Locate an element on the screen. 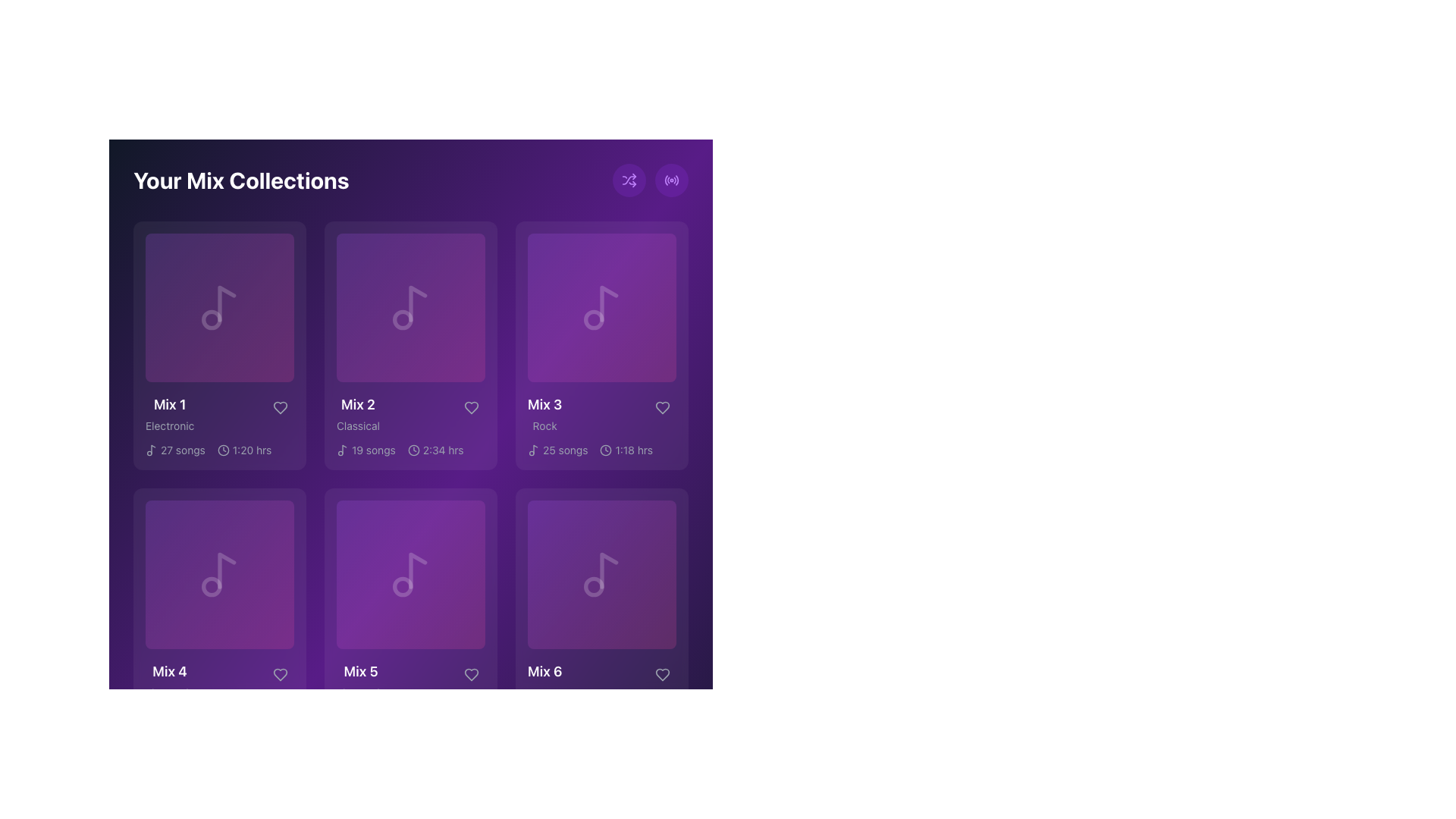 This screenshot has height=819, width=1456. text displayed in the Text Label that shows 'Mix 5' in bold white and 'Electronic' in smaller gray, located in the second row and second column of the 'Your Mix Collections' grid layout is located at coordinates (360, 680).